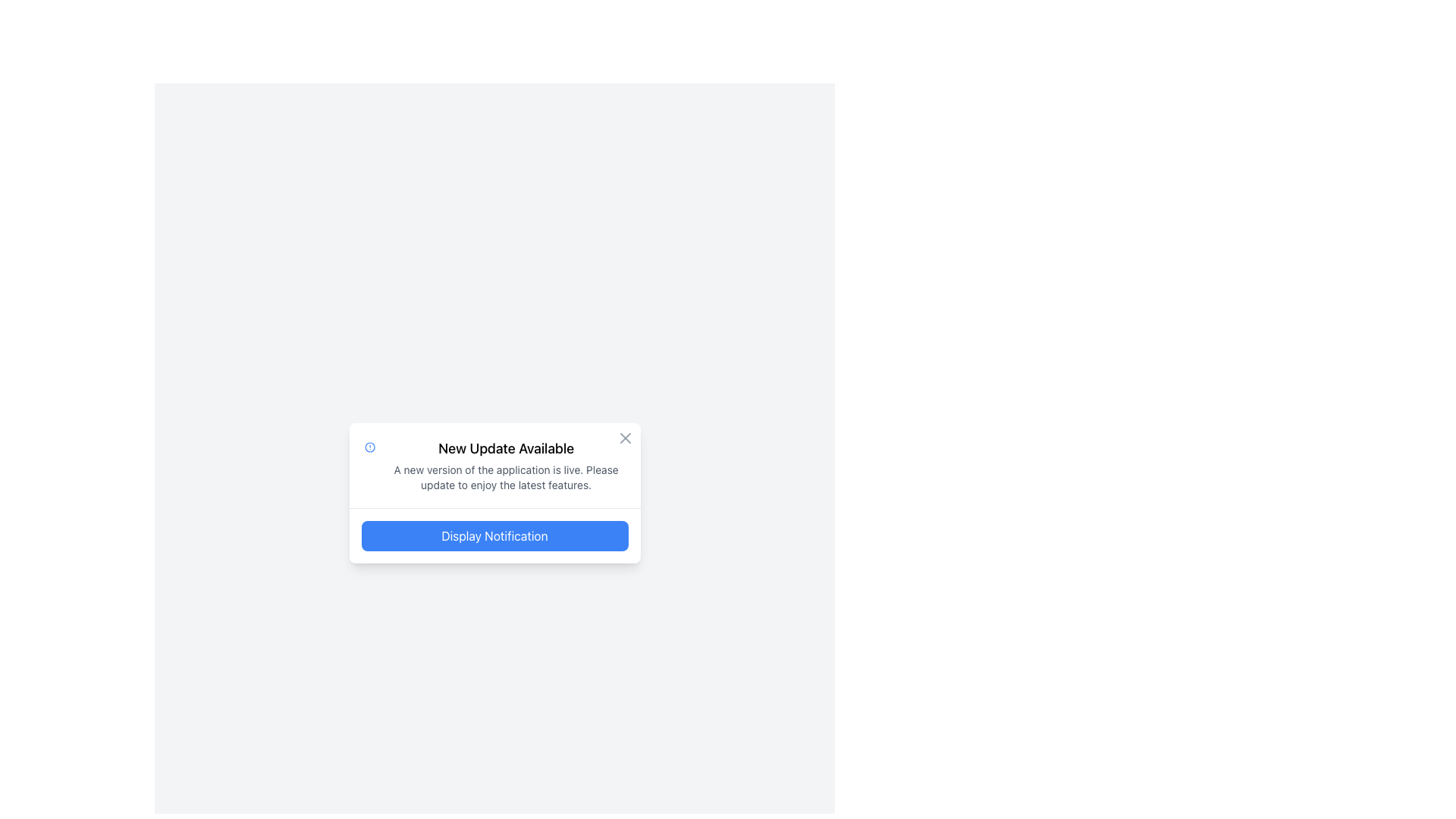 Image resolution: width=1456 pixels, height=819 pixels. Describe the element at coordinates (506, 447) in the screenshot. I see `the heading text that indicates a new update is available, centrally aligned within a popup card` at that location.